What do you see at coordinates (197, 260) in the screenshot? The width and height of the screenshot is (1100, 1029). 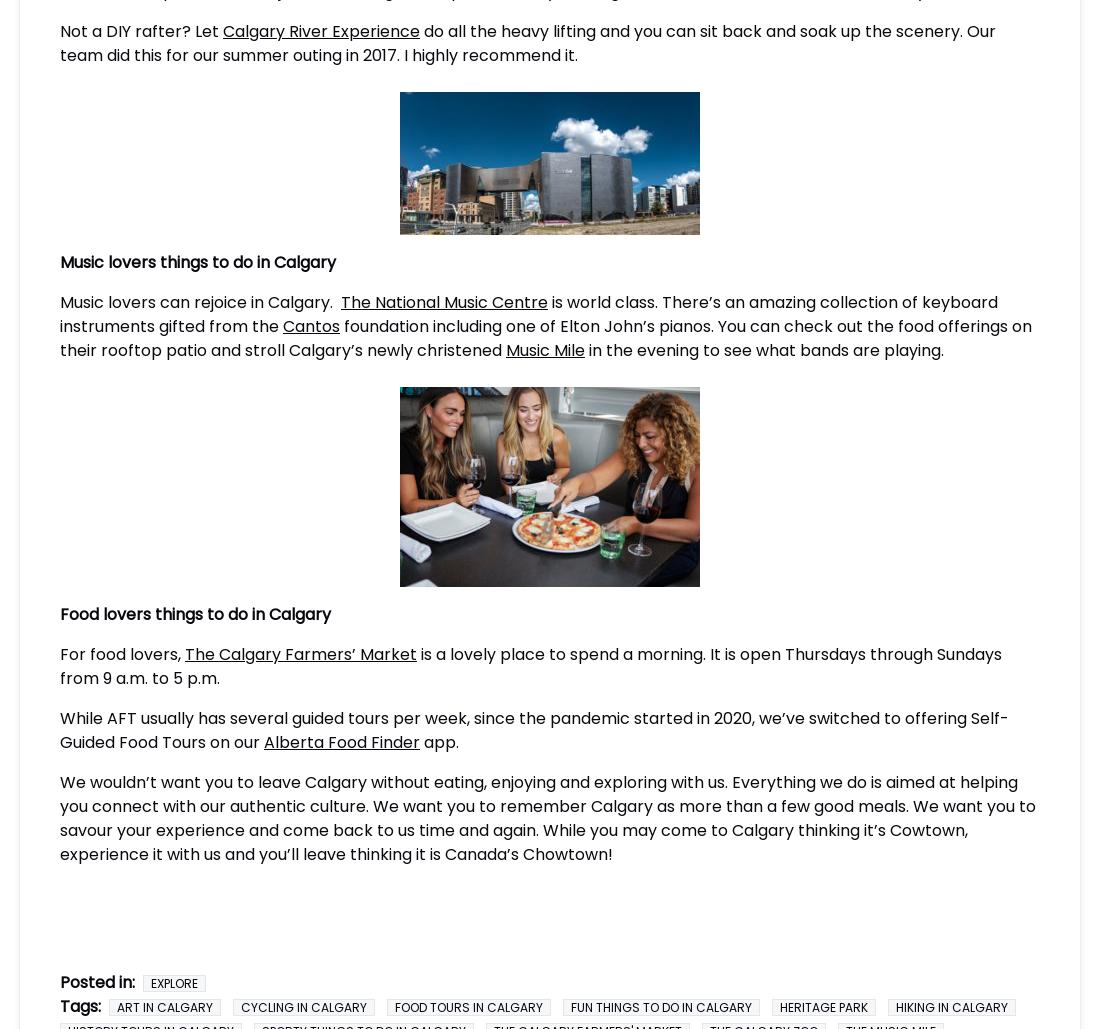 I see `'Music lovers things to do in Calgary'` at bounding box center [197, 260].